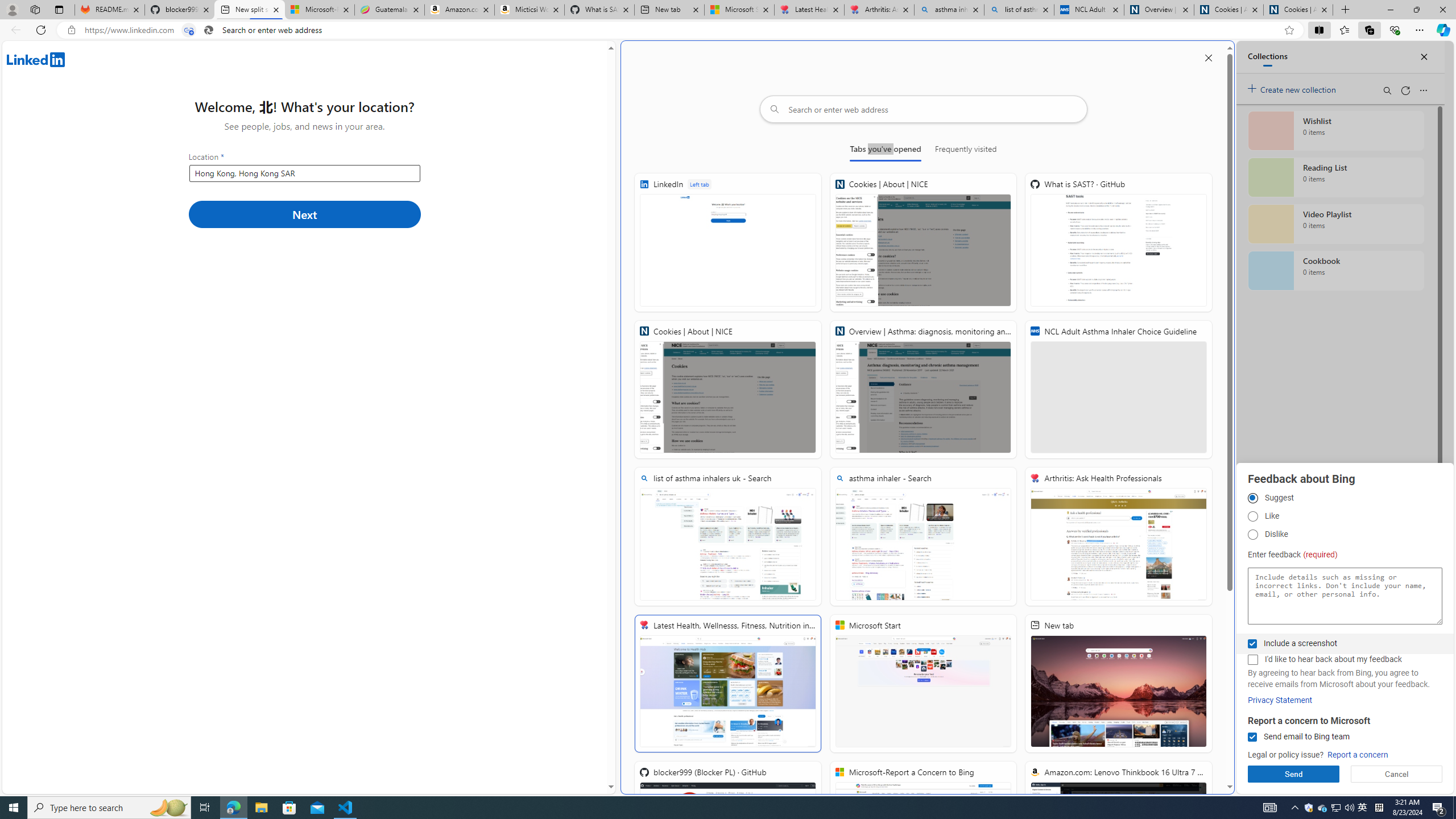  I want to click on 'Search or enter web address', so click(923, 109).